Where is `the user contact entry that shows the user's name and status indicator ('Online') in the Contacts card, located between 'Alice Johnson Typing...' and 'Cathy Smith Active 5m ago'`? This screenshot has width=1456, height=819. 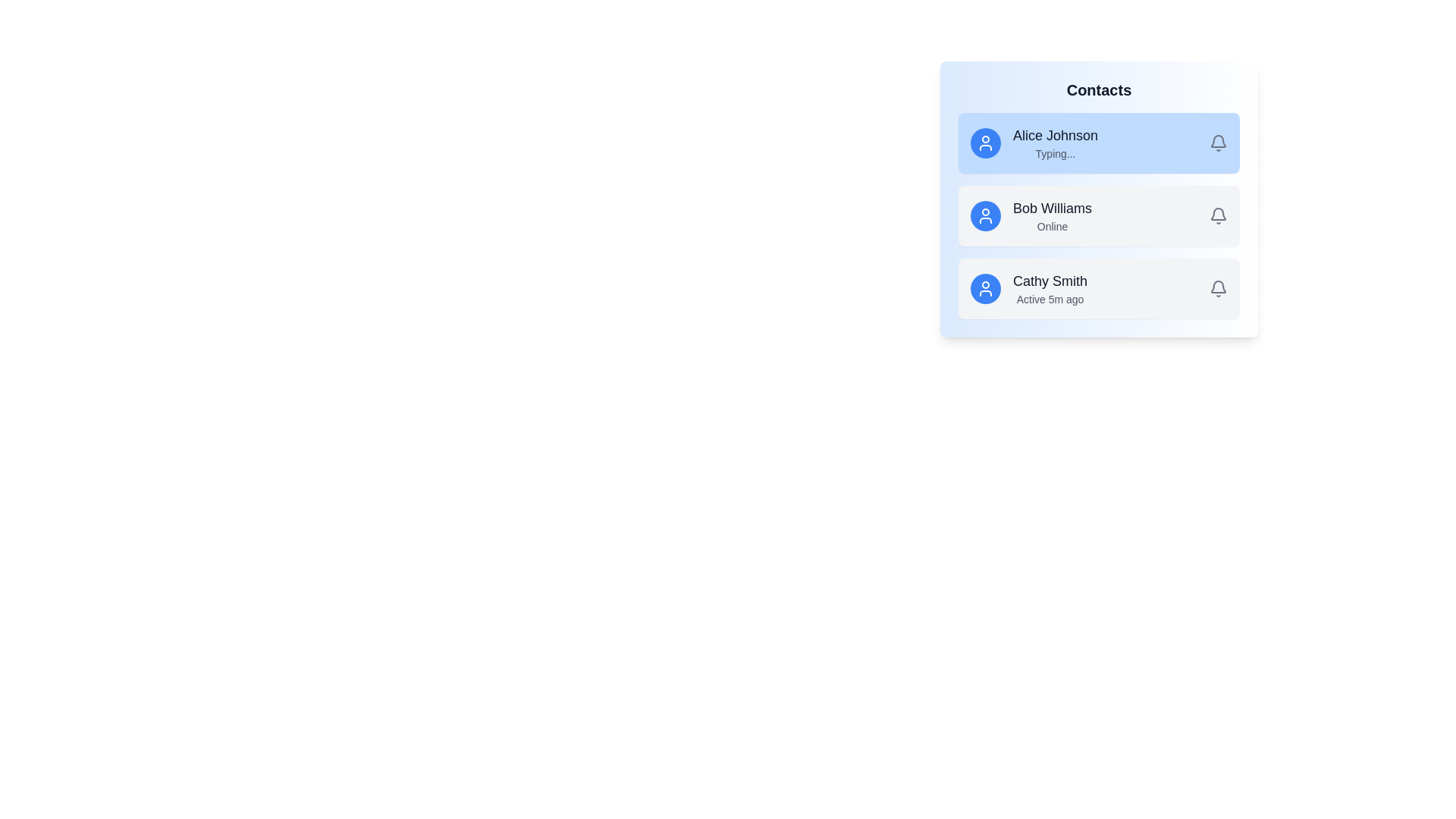 the user contact entry that shows the user's name and status indicator ('Online') in the Contacts card, located between 'Alice Johnson Typing...' and 'Cathy Smith Active 5m ago' is located at coordinates (1099, 216).